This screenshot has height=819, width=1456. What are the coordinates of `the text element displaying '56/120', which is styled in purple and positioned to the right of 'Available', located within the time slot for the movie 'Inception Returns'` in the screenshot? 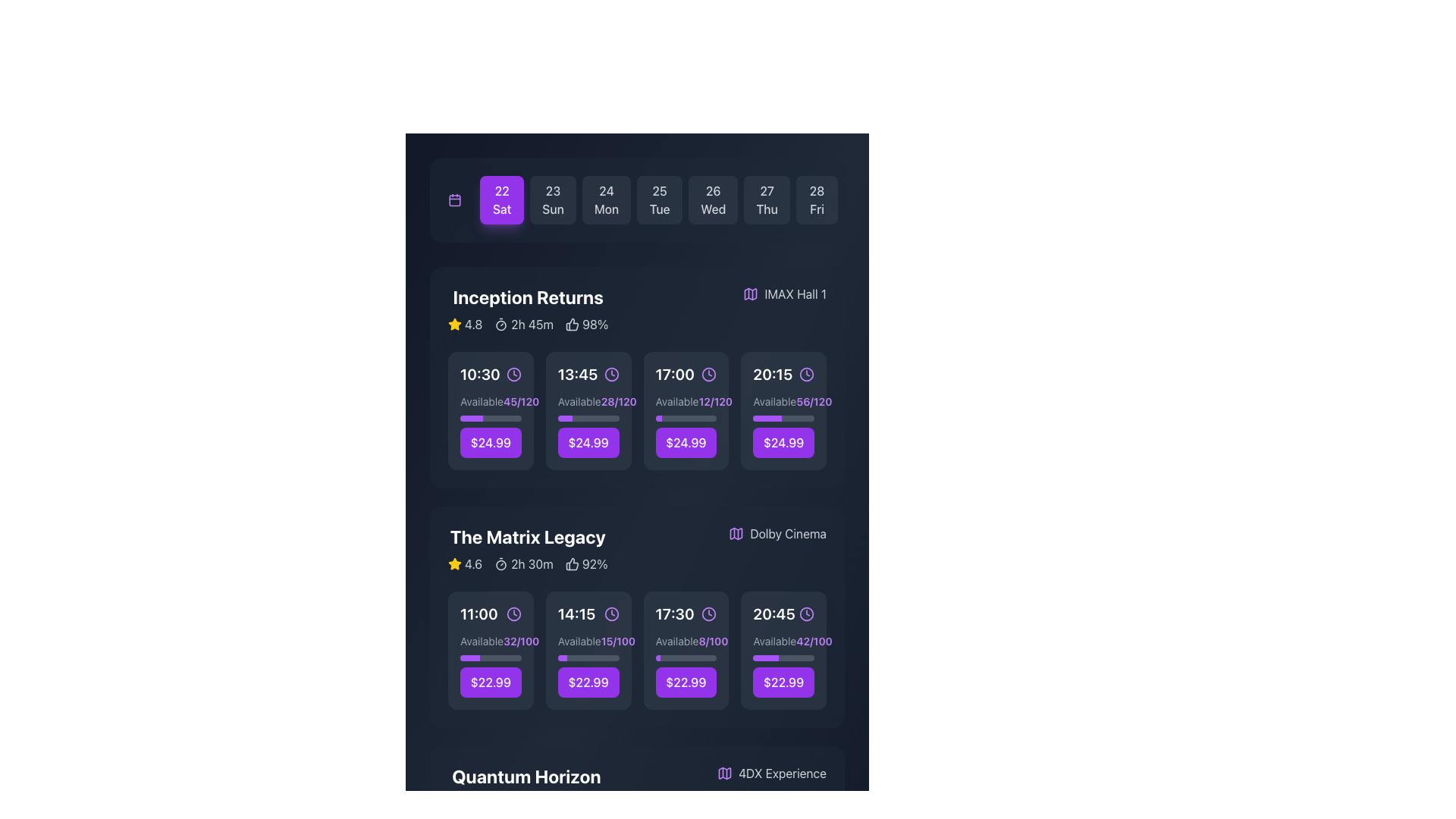 It's located at (813, 400).